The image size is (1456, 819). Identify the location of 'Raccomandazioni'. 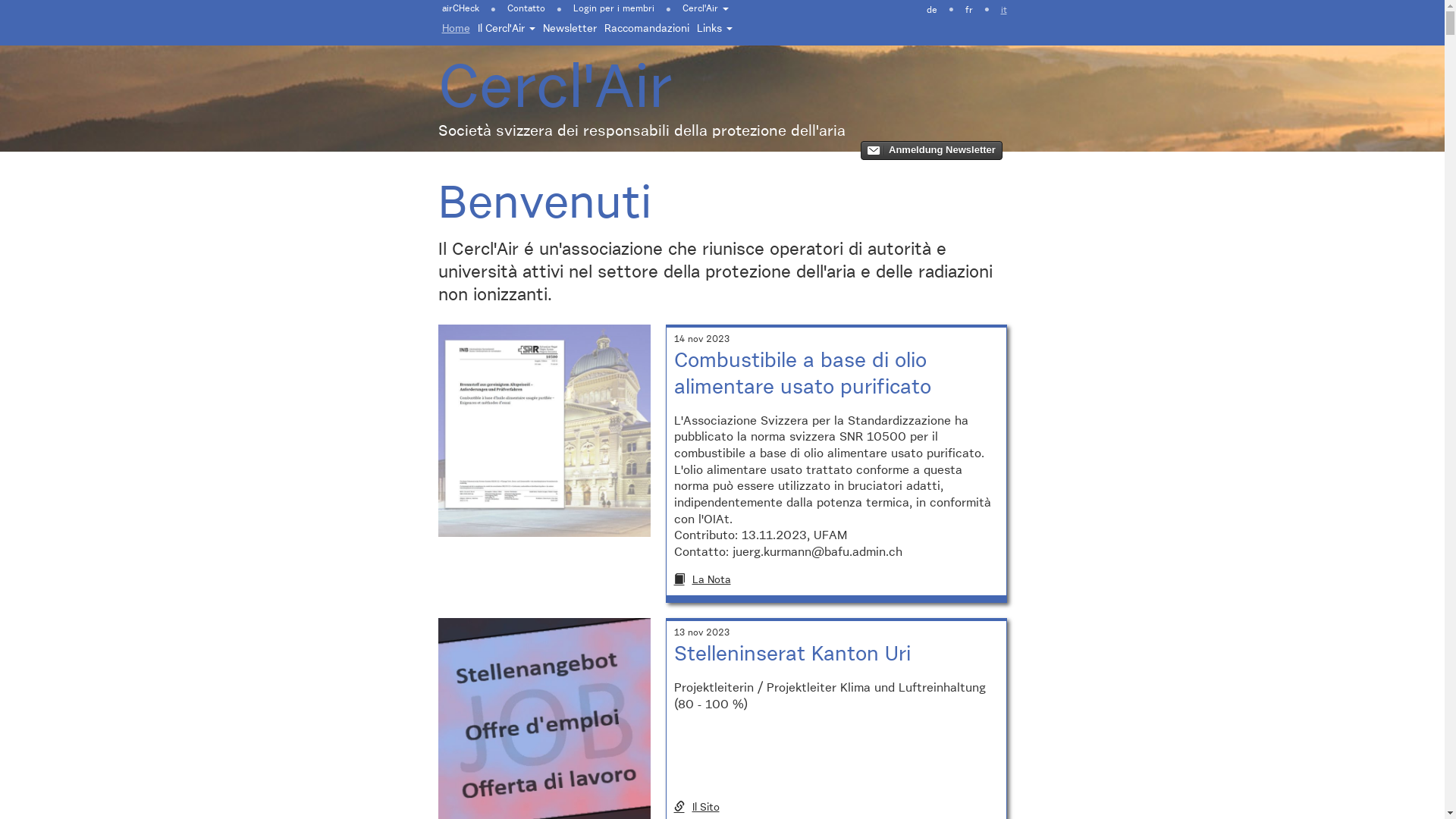
(647, 29).